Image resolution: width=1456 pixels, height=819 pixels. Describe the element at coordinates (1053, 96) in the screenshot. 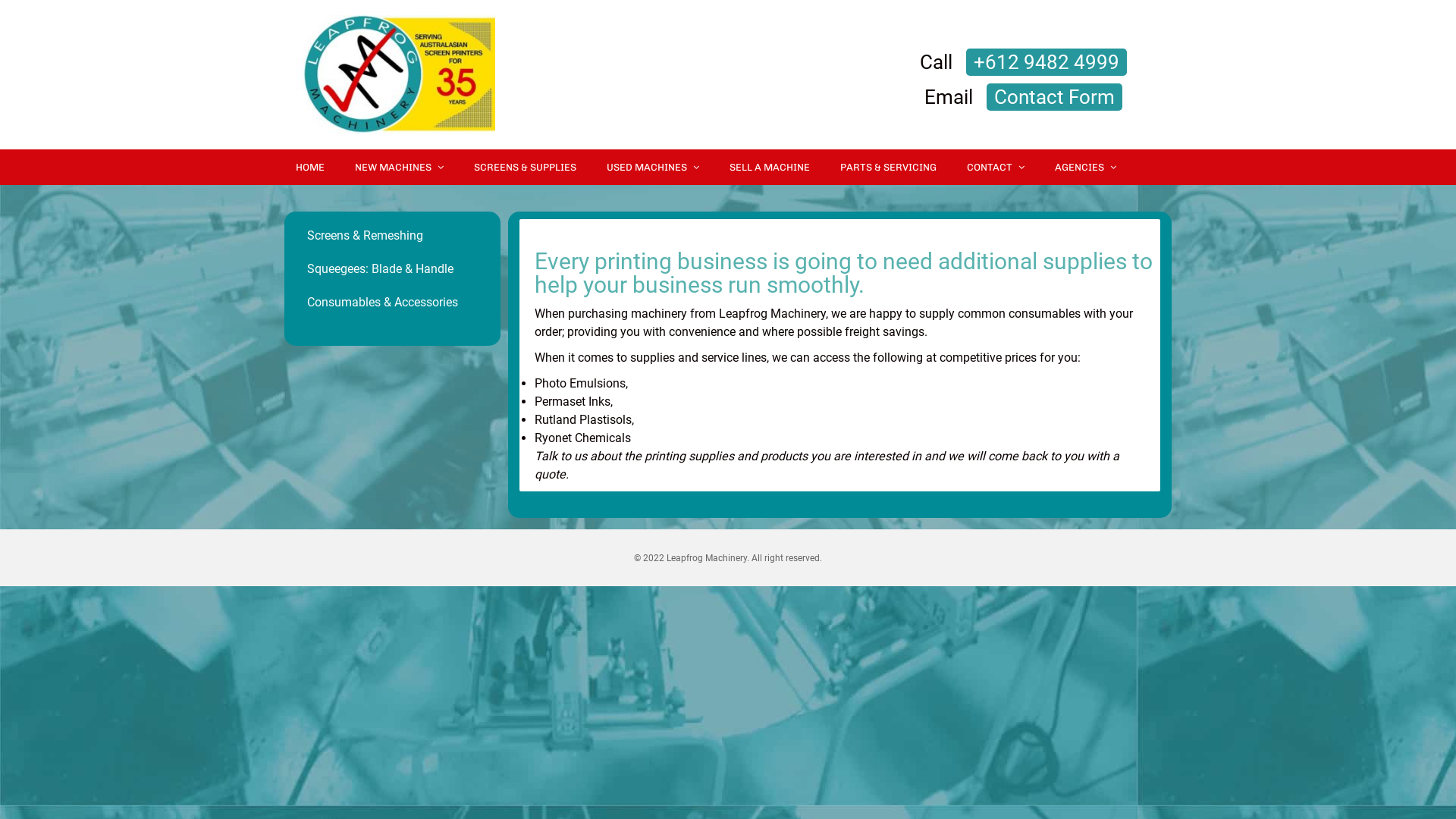

I see `'Contact Form'` at that location.